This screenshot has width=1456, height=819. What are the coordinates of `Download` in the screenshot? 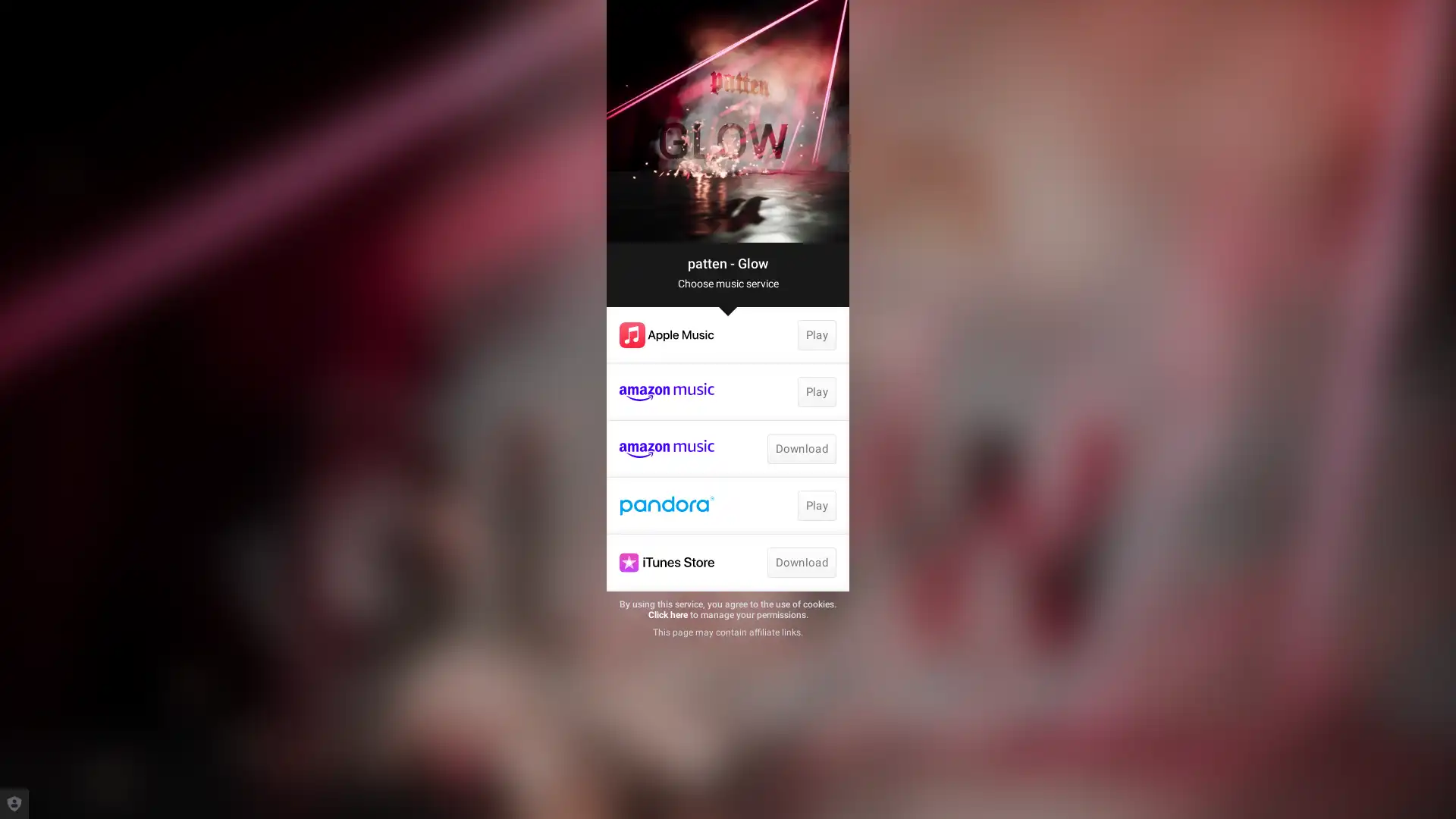 It's located at (800, 447).